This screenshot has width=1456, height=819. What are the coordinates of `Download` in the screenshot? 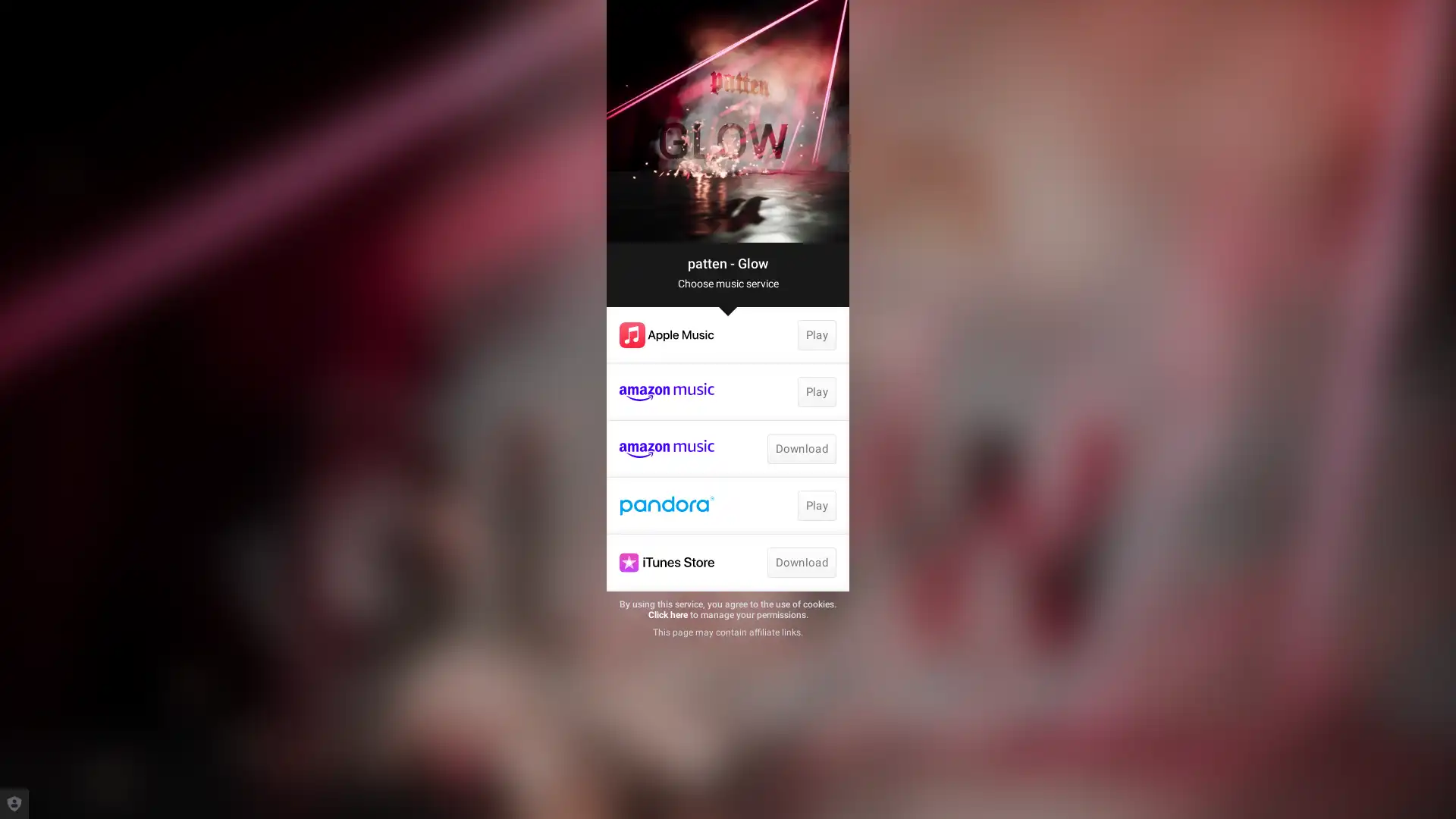 It's located at (800, 447).